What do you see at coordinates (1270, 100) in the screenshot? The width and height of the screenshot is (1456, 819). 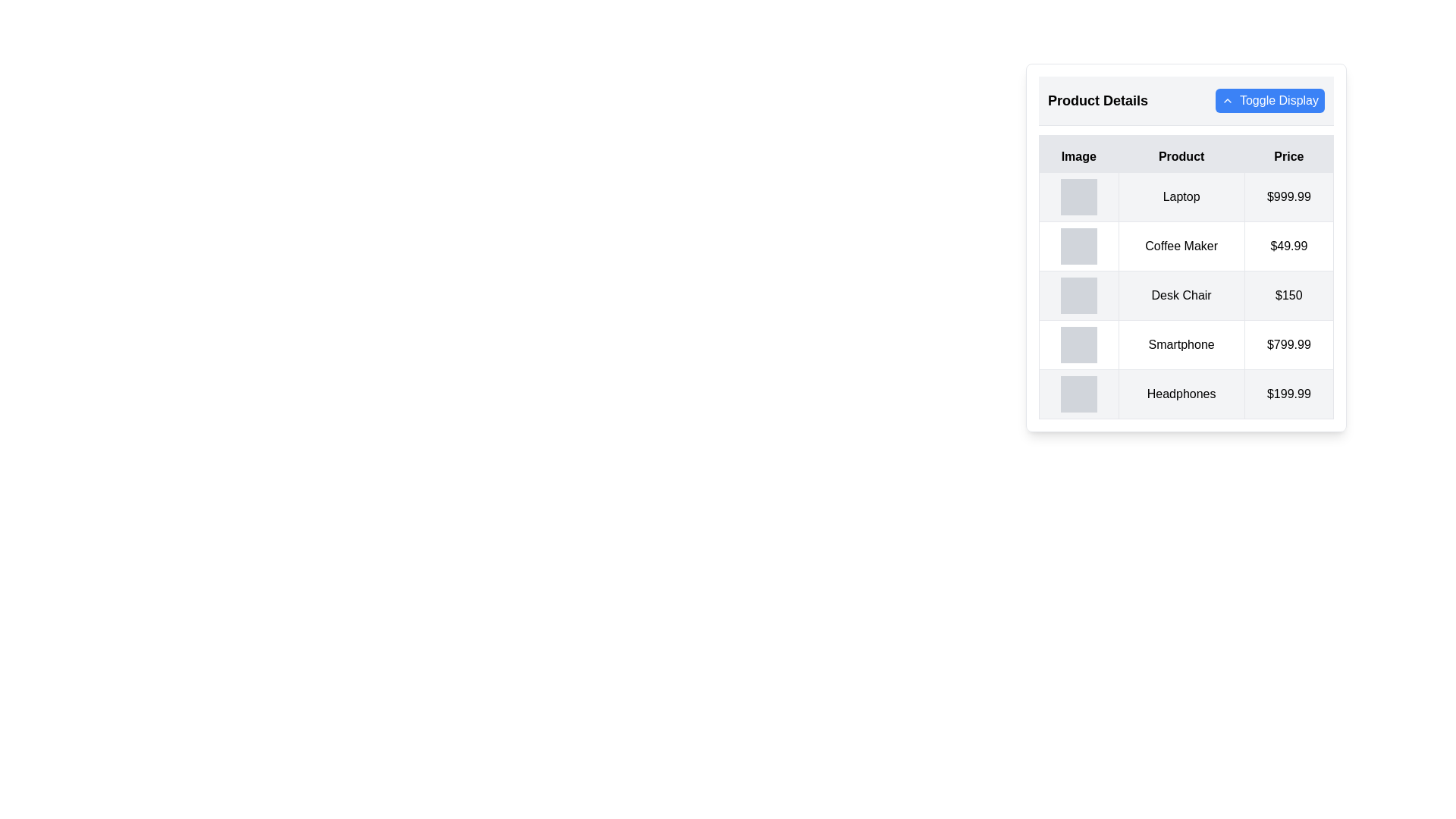 I see `the toggle button located in the top right corner of the 'Product Details' section` at bounding box center [1270, 100].